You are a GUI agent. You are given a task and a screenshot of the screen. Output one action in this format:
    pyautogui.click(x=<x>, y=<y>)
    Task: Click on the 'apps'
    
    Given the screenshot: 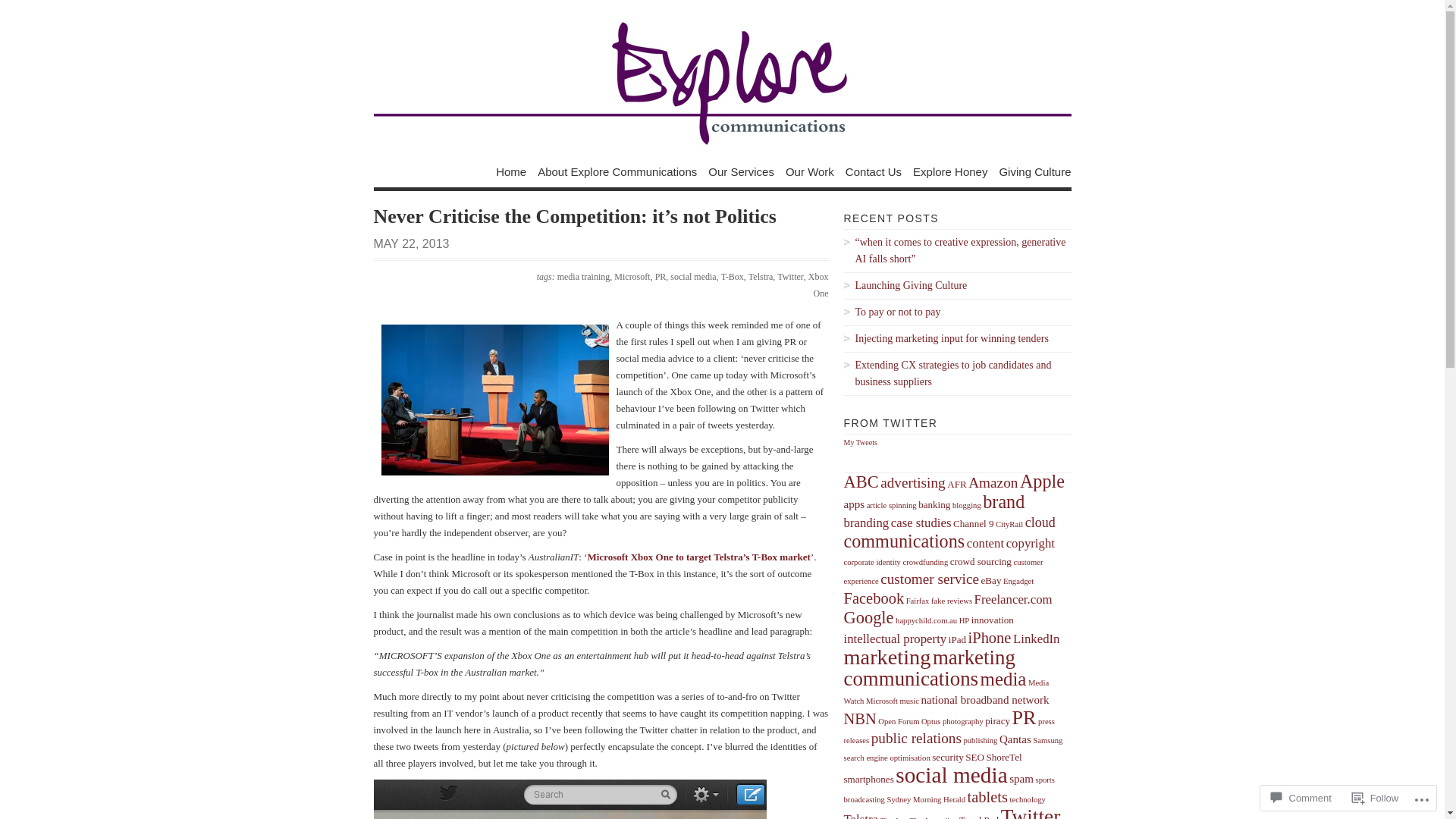 What is the action you would take?
    pyautogui.click(x=854, y=504)
    